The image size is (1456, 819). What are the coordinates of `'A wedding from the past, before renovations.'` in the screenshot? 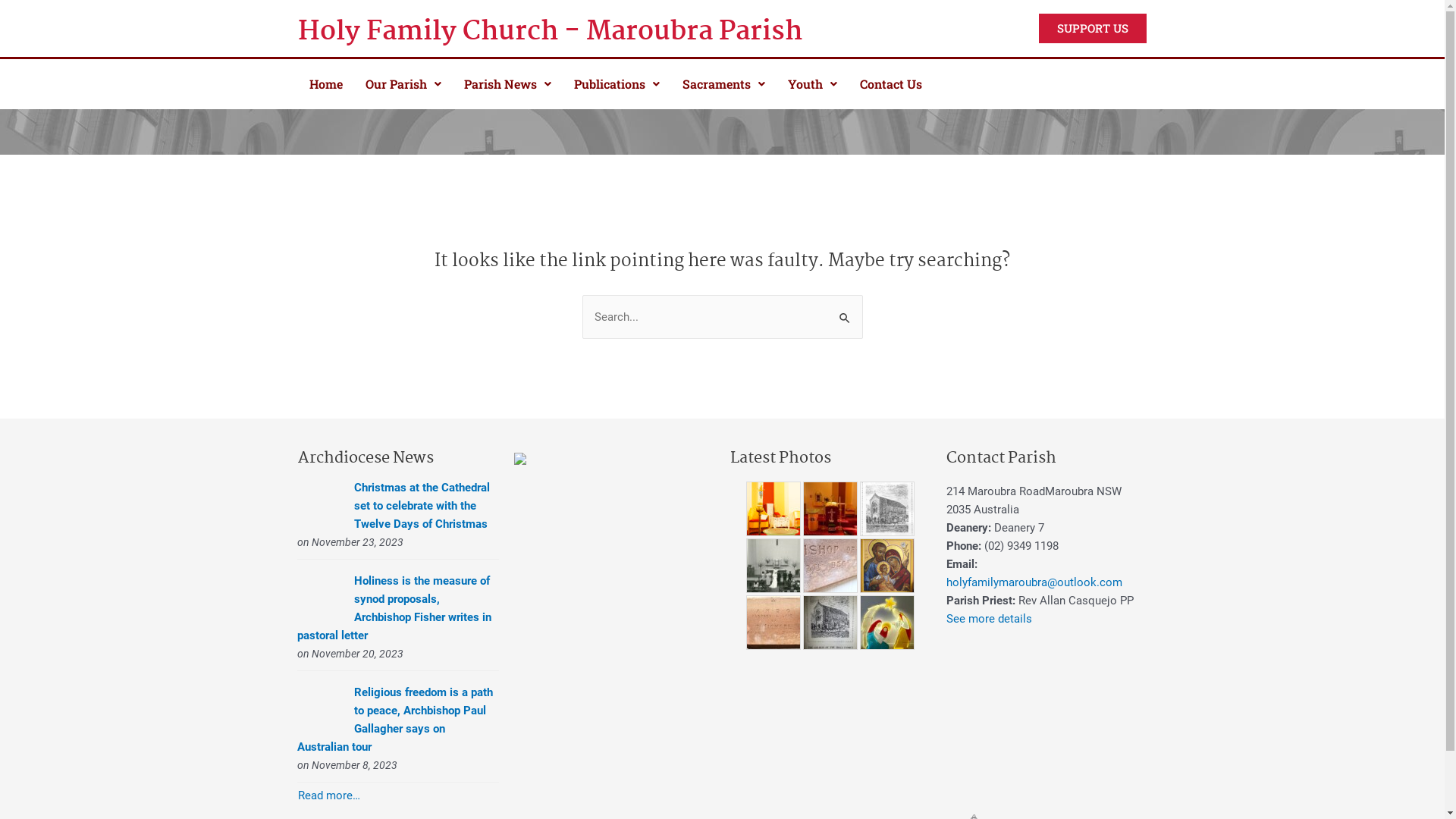 It's located at (773, 564).